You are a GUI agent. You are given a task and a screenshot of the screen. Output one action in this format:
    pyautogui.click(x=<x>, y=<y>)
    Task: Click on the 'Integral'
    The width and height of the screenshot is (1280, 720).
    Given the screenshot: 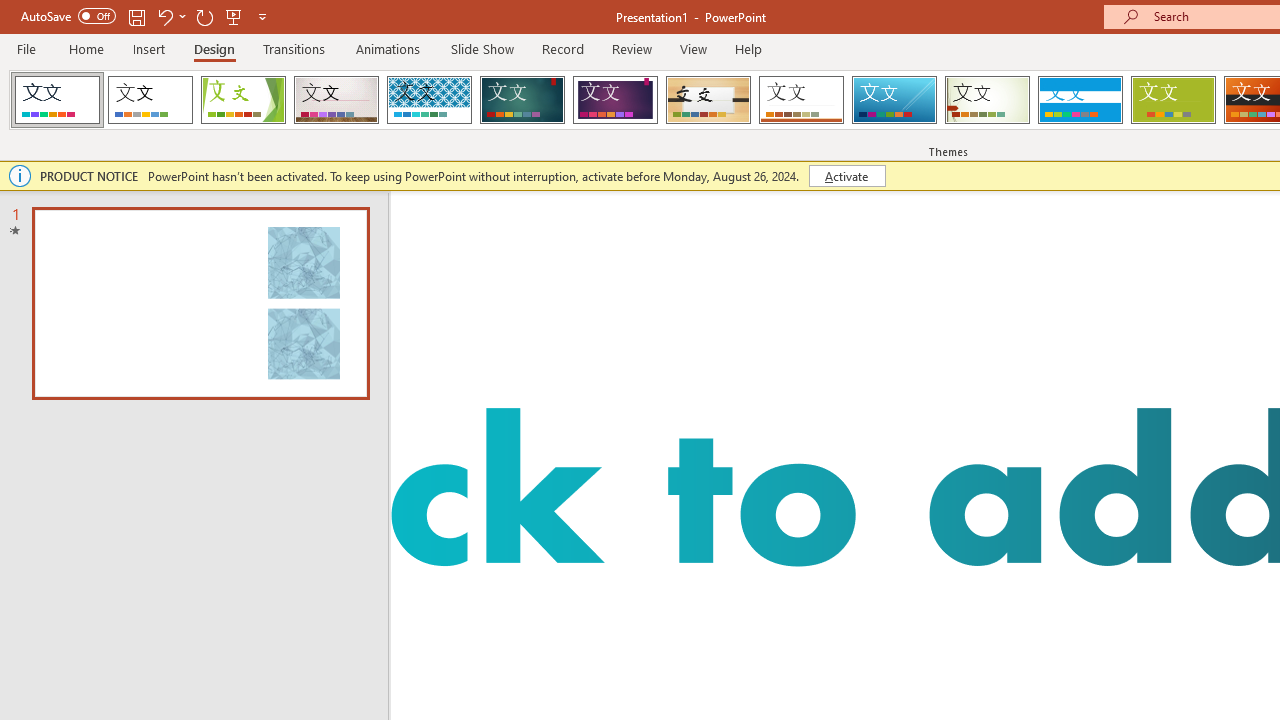 What is the action you would take?
    pyautogui.click(x=428, y=100)
    